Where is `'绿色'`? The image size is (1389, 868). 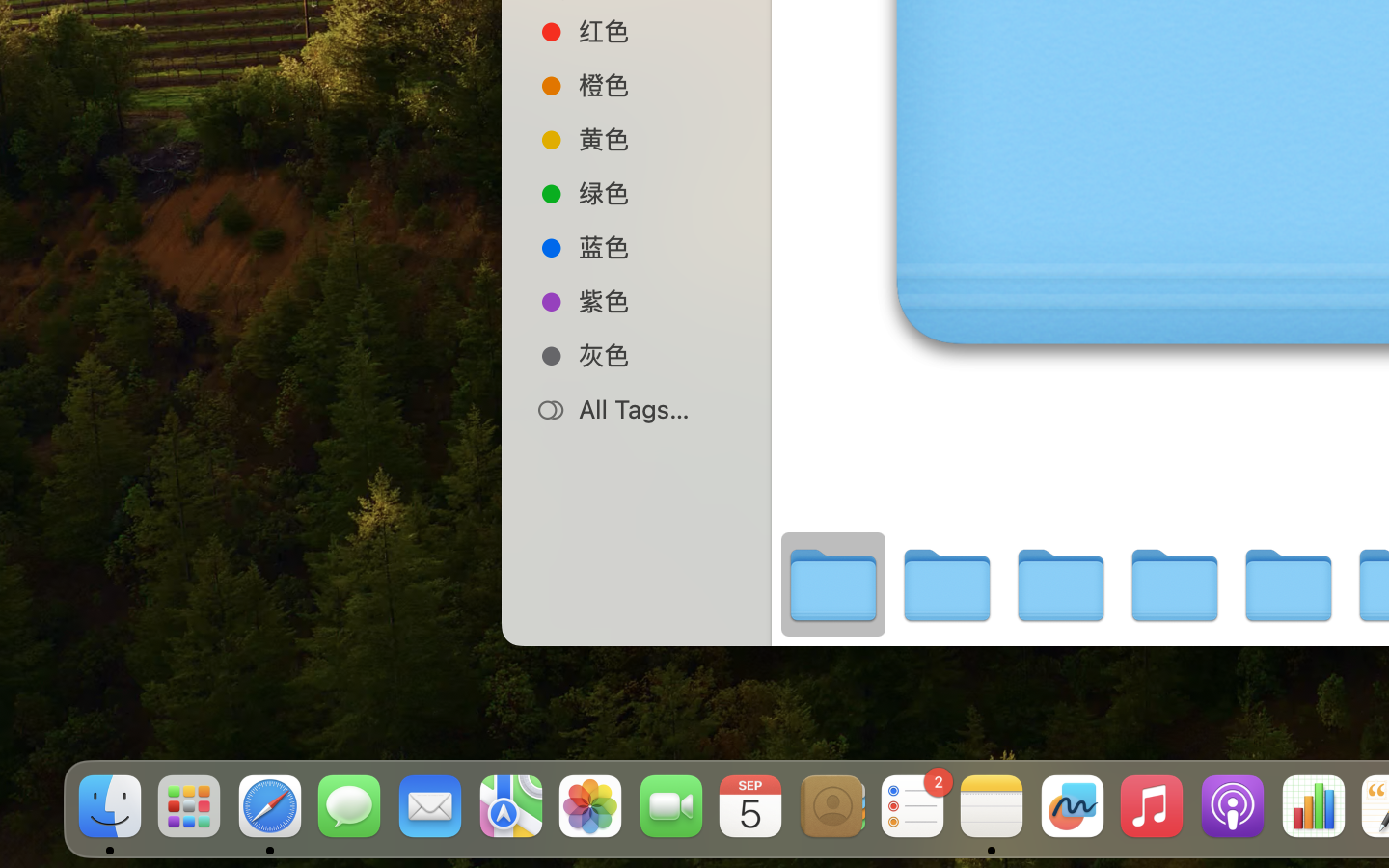
'绿色' is located at coordinates (656, 192).